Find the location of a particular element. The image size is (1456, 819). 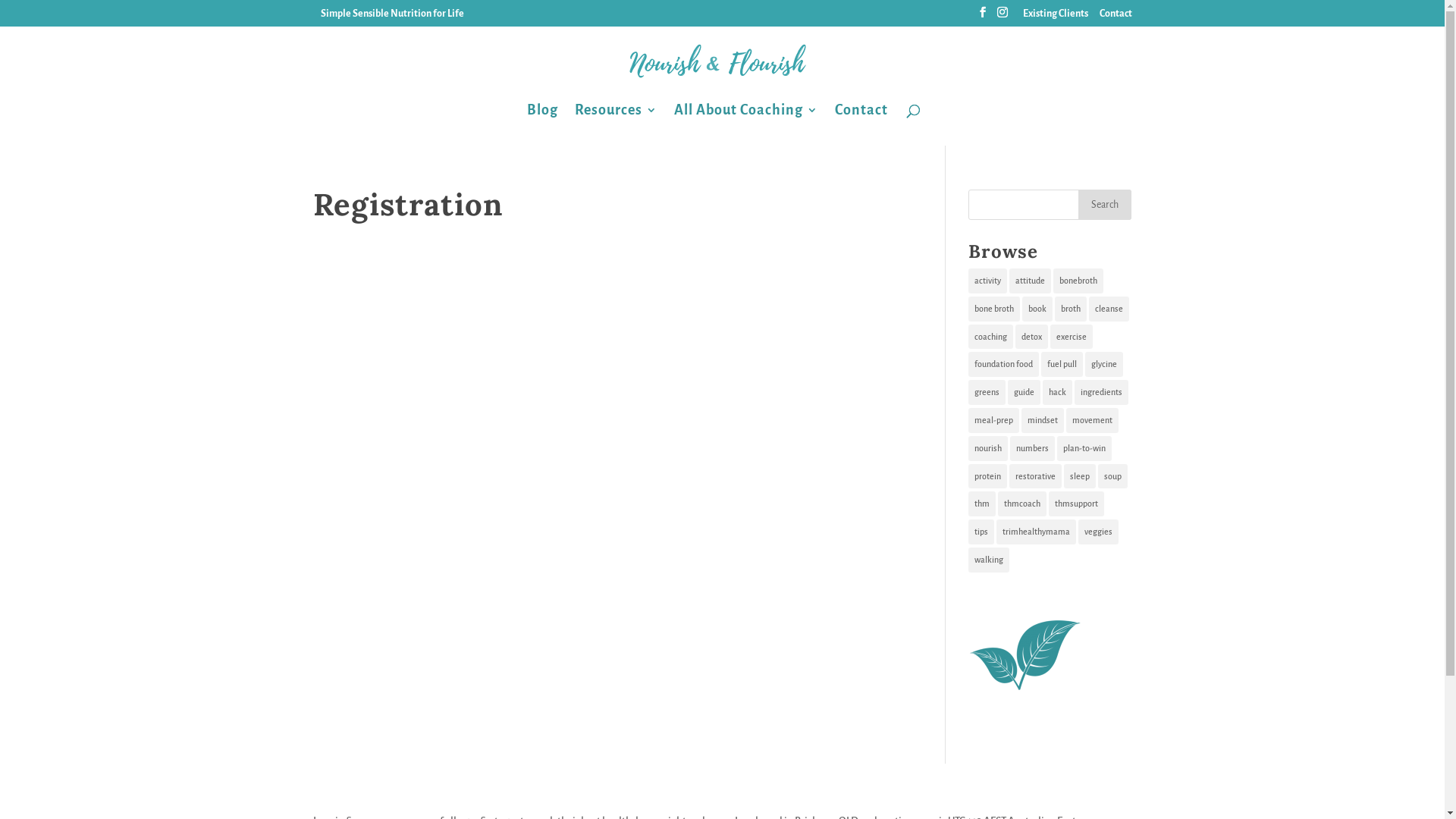

'cleanse' is located at coordinates (1109, 308).